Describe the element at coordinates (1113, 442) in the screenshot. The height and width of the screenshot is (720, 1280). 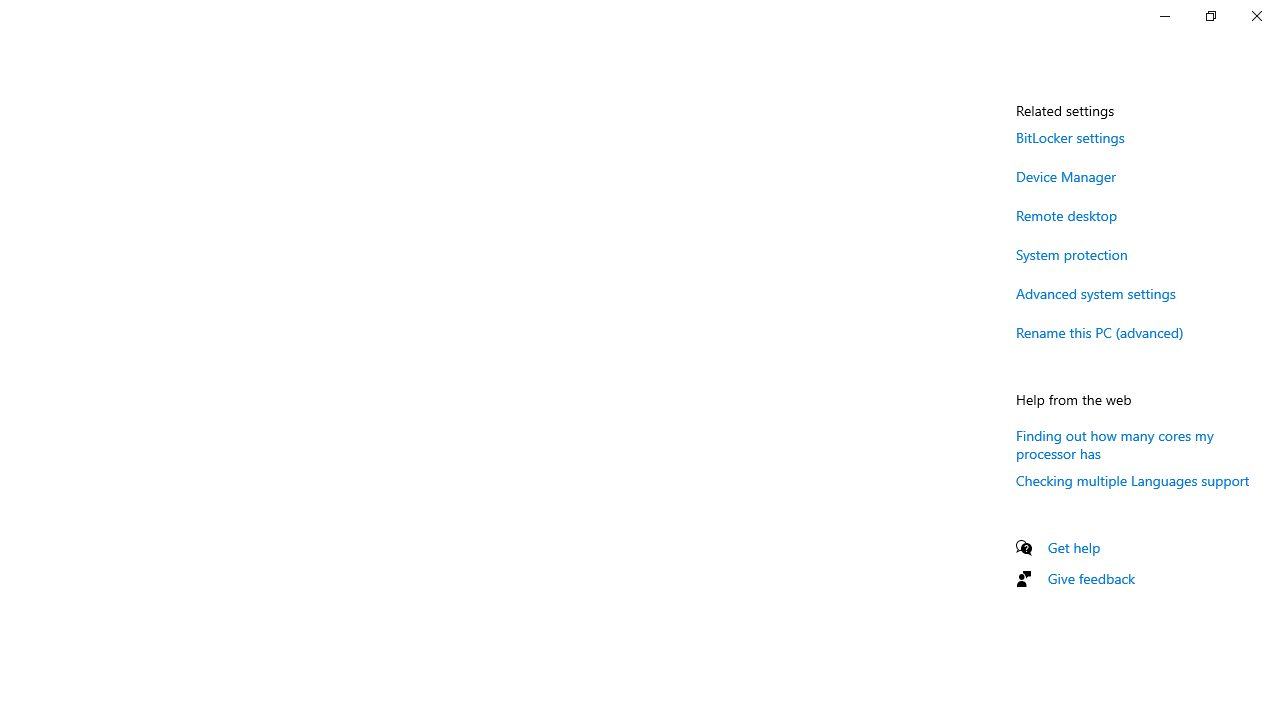
I see `'Finding out how many cores my processor has'` at that location.